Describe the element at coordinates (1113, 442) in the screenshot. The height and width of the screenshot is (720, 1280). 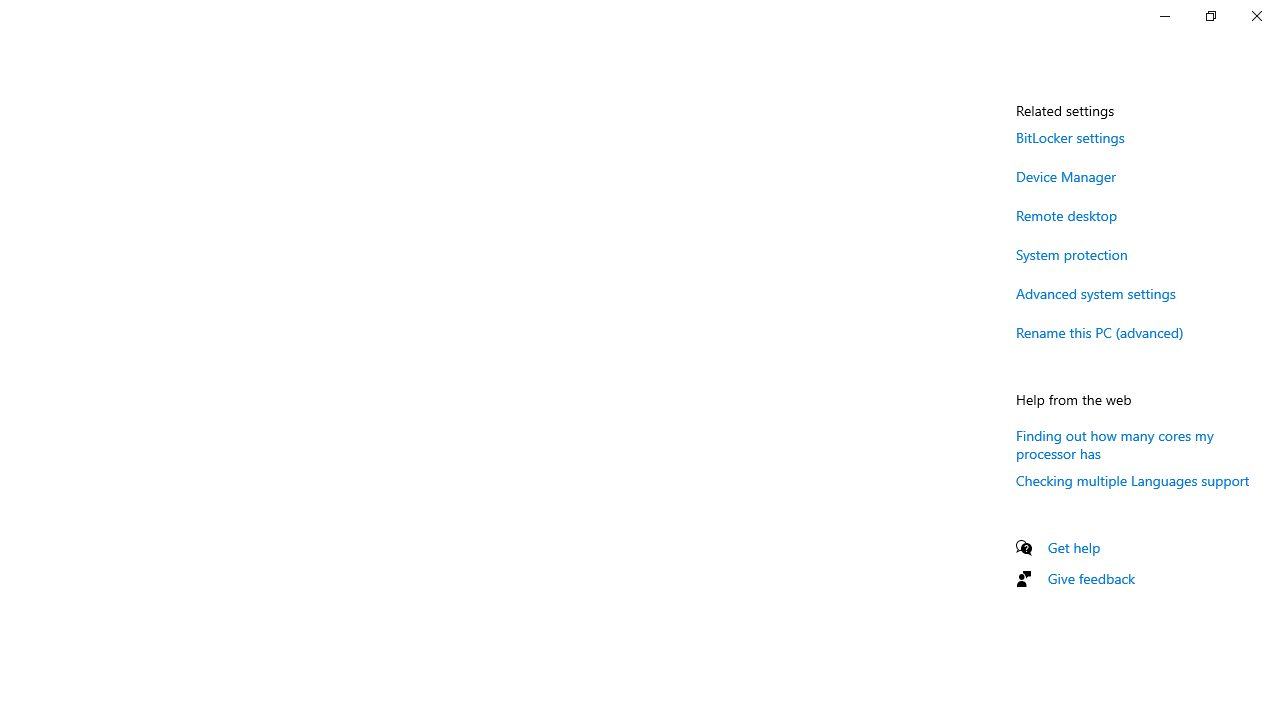
I see `'Finding out how many cores my processor has'` at that location.